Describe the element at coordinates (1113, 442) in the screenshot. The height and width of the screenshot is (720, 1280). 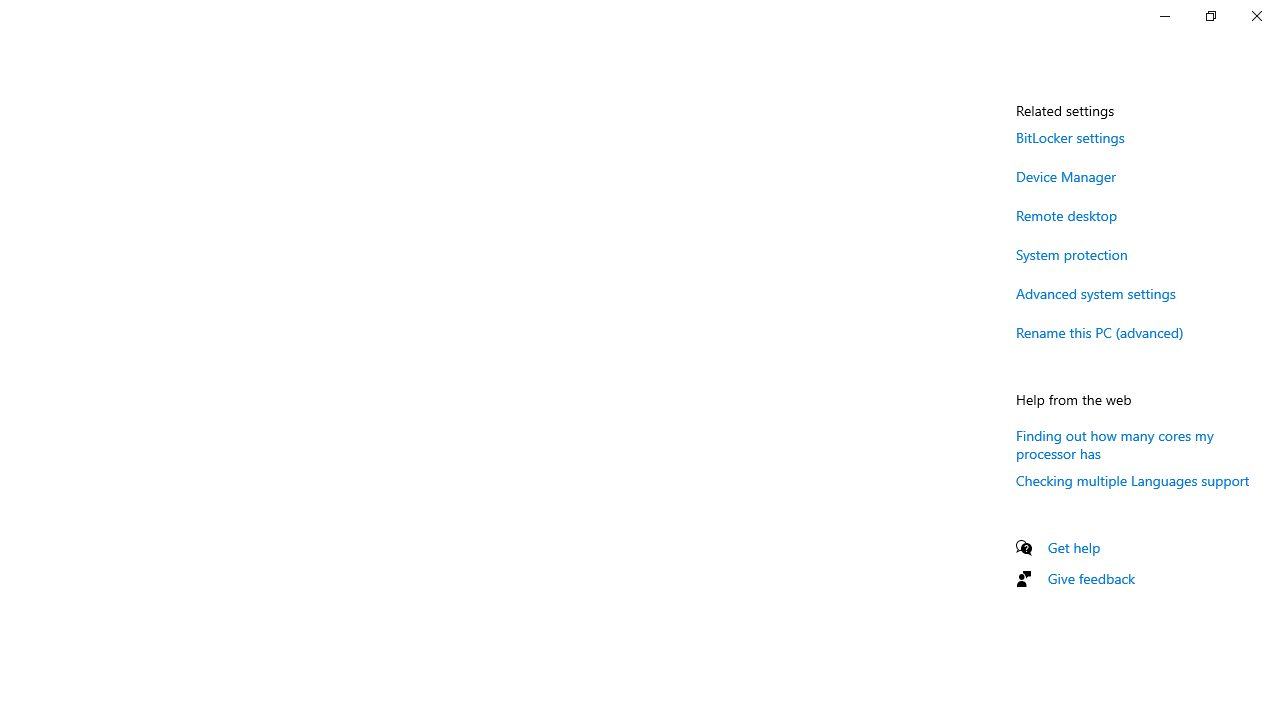
I see `'Finding out how many cores my processor has'` at that location.